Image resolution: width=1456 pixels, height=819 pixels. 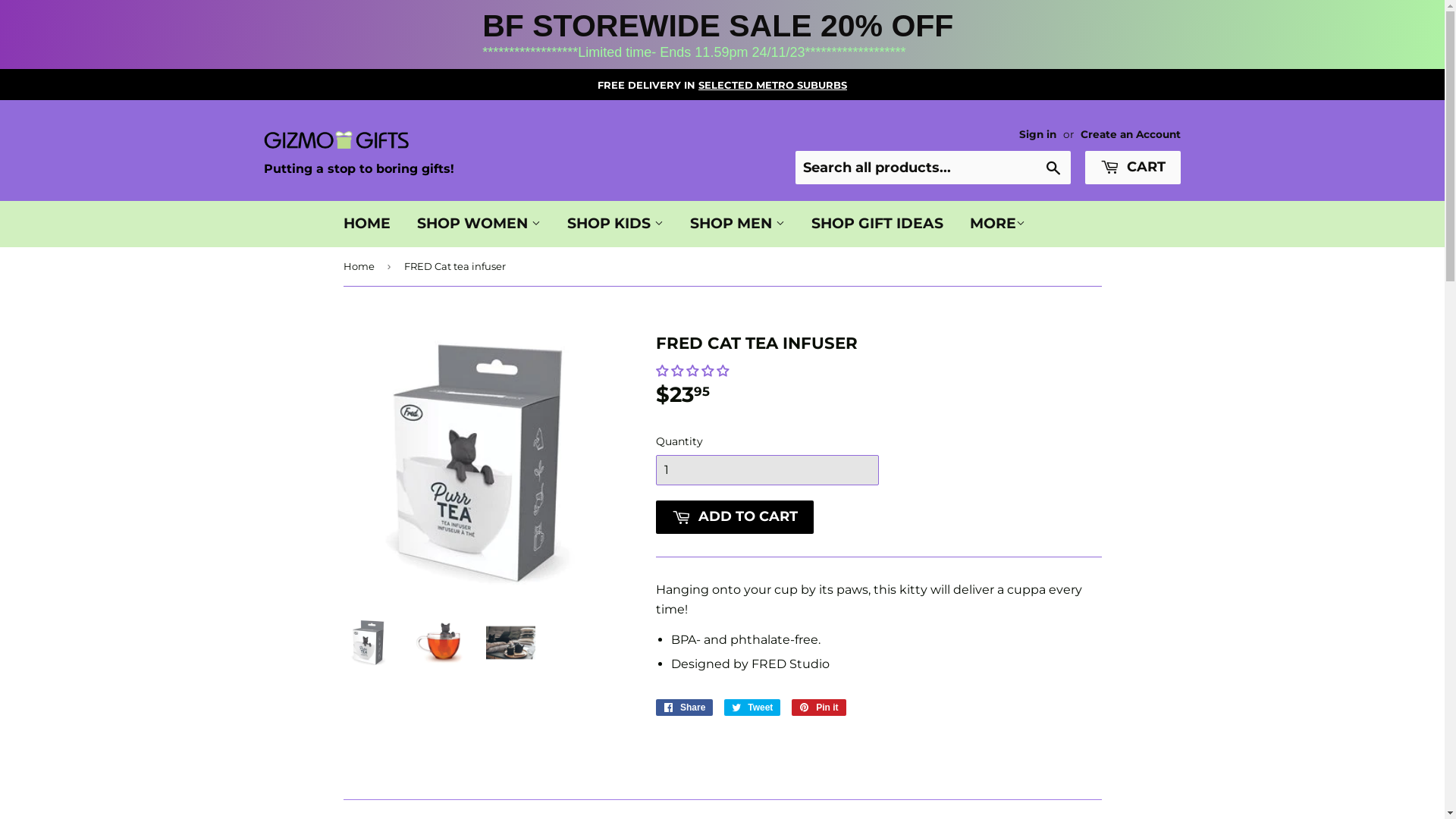 What do you see at coordinates (1053, 168) in the screenshot?
I see `'Search'` at bounding box center [1053, 168].